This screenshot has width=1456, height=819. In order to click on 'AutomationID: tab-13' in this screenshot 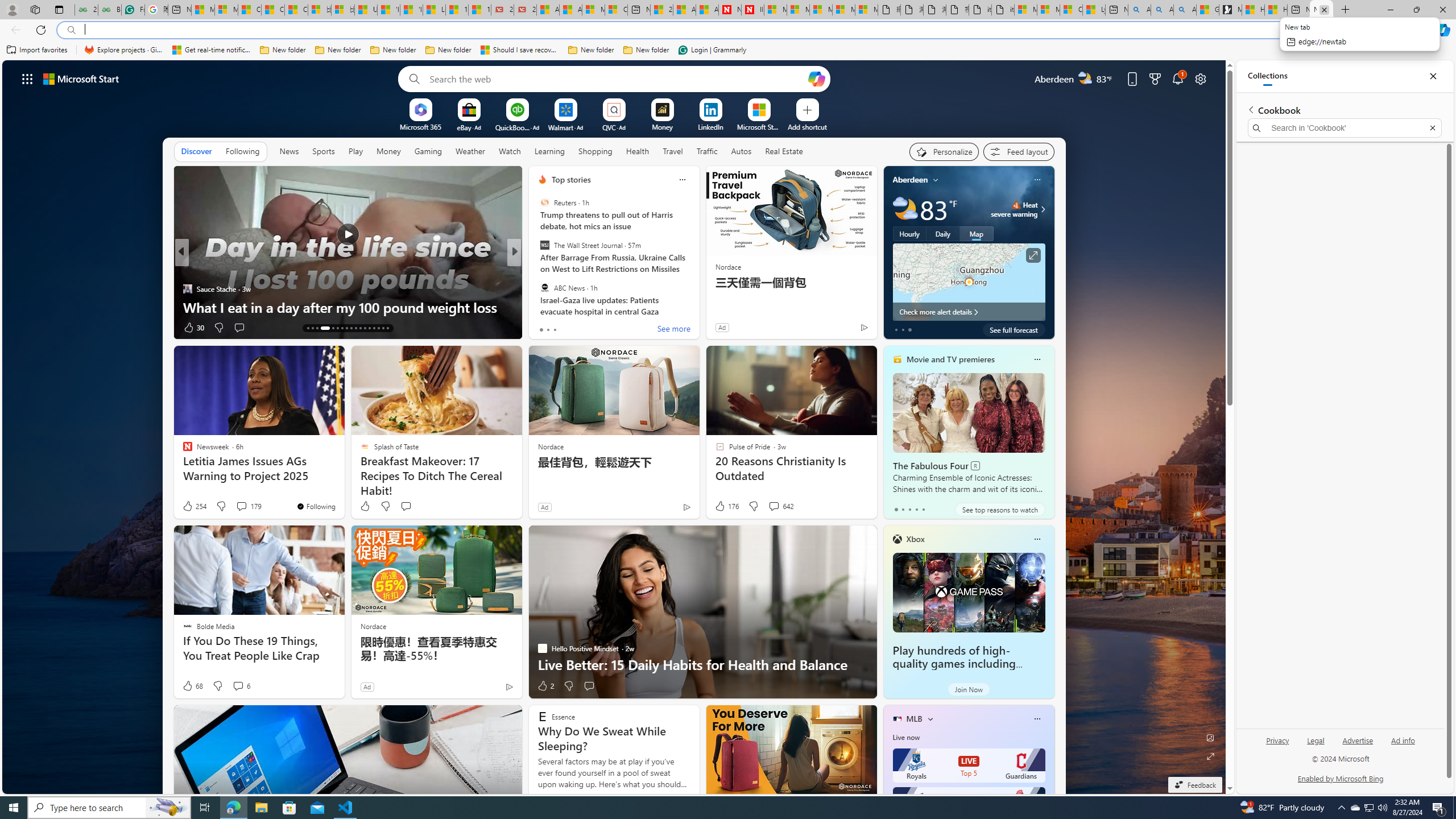, I will do `click(308, 328)`.